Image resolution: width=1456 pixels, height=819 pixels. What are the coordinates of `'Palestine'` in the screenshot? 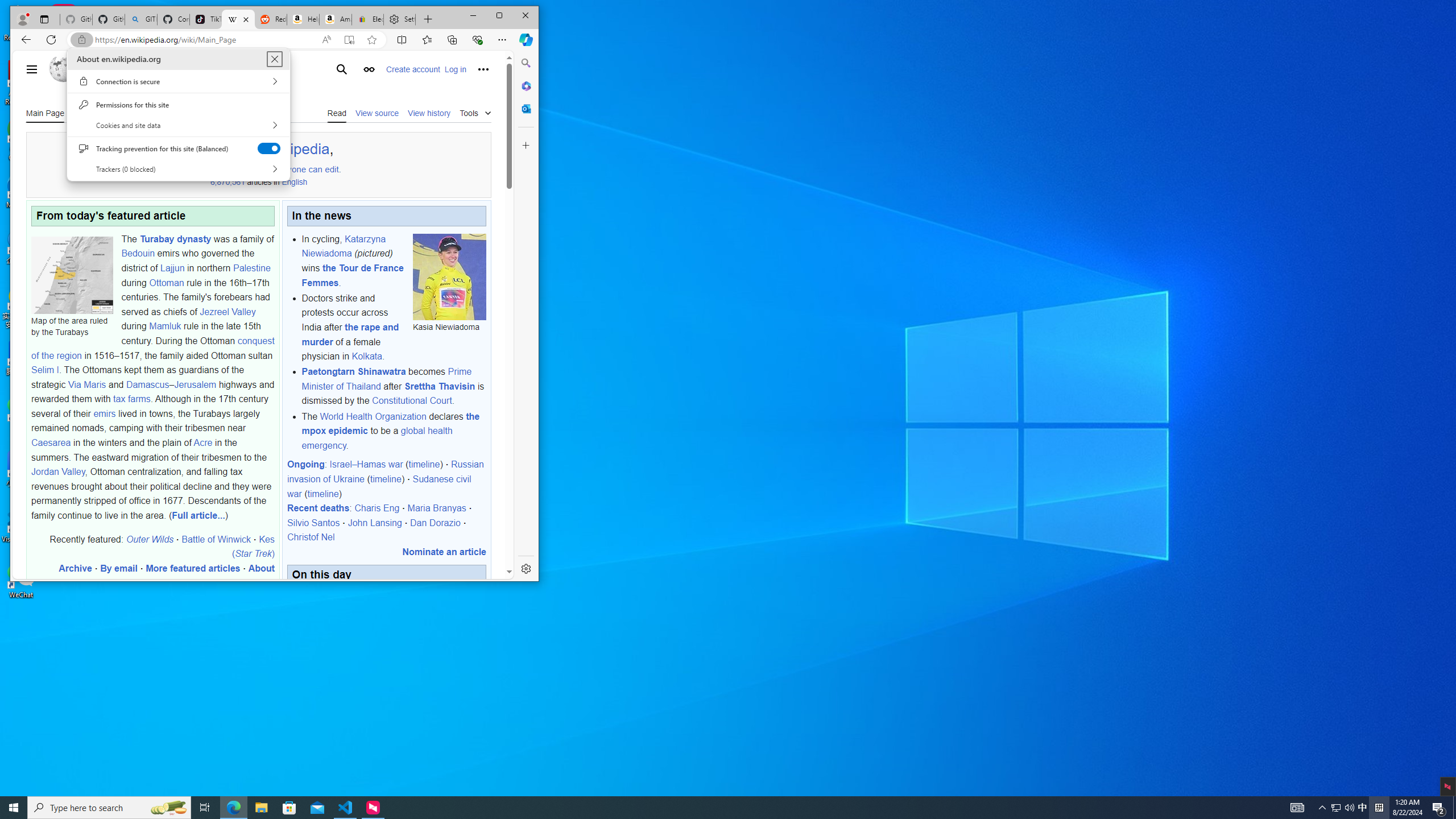 It's located at (251, 267).